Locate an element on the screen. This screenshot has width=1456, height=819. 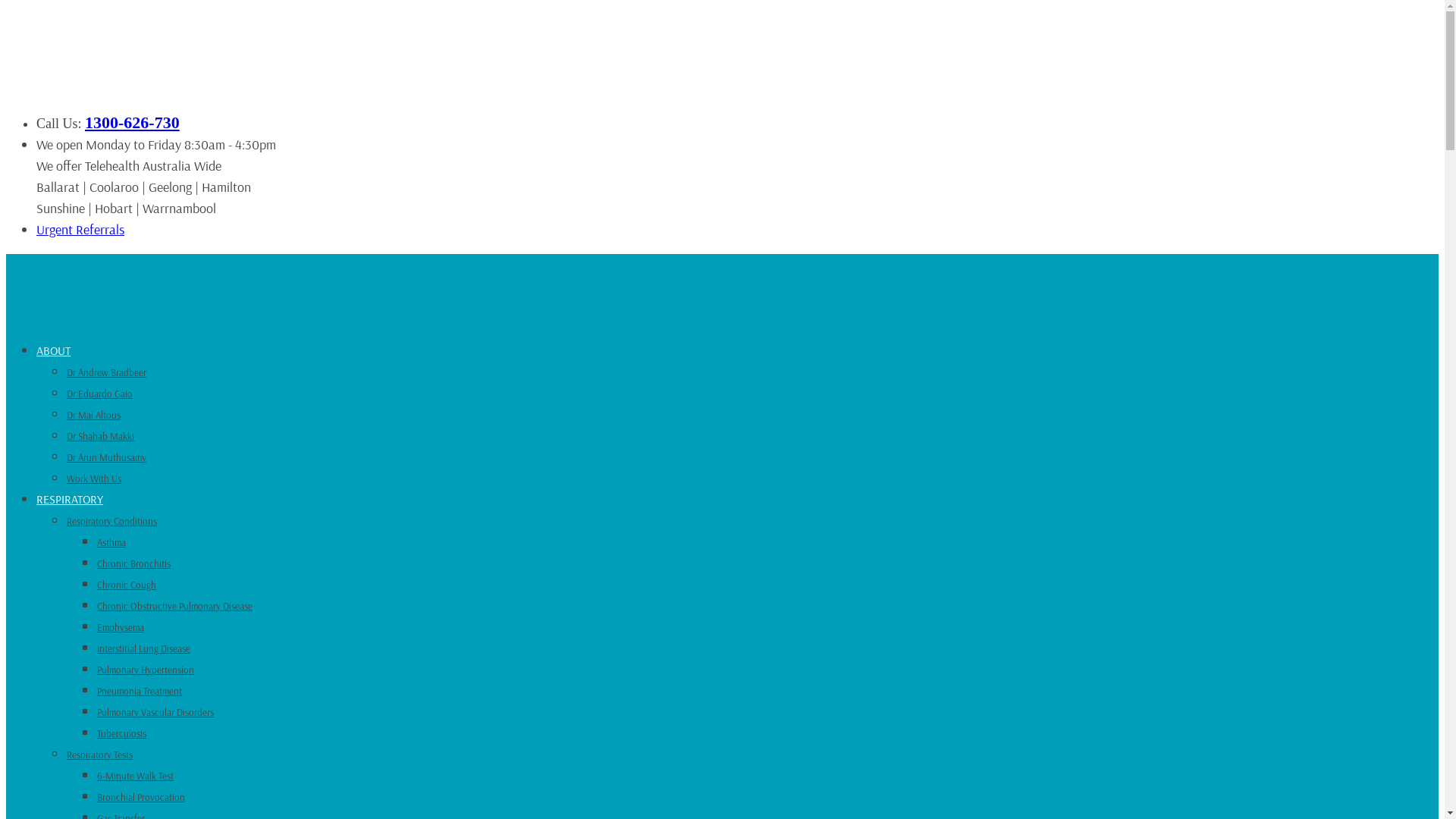
'Chronic Bronchitis' is located at coordinates (133, 563).